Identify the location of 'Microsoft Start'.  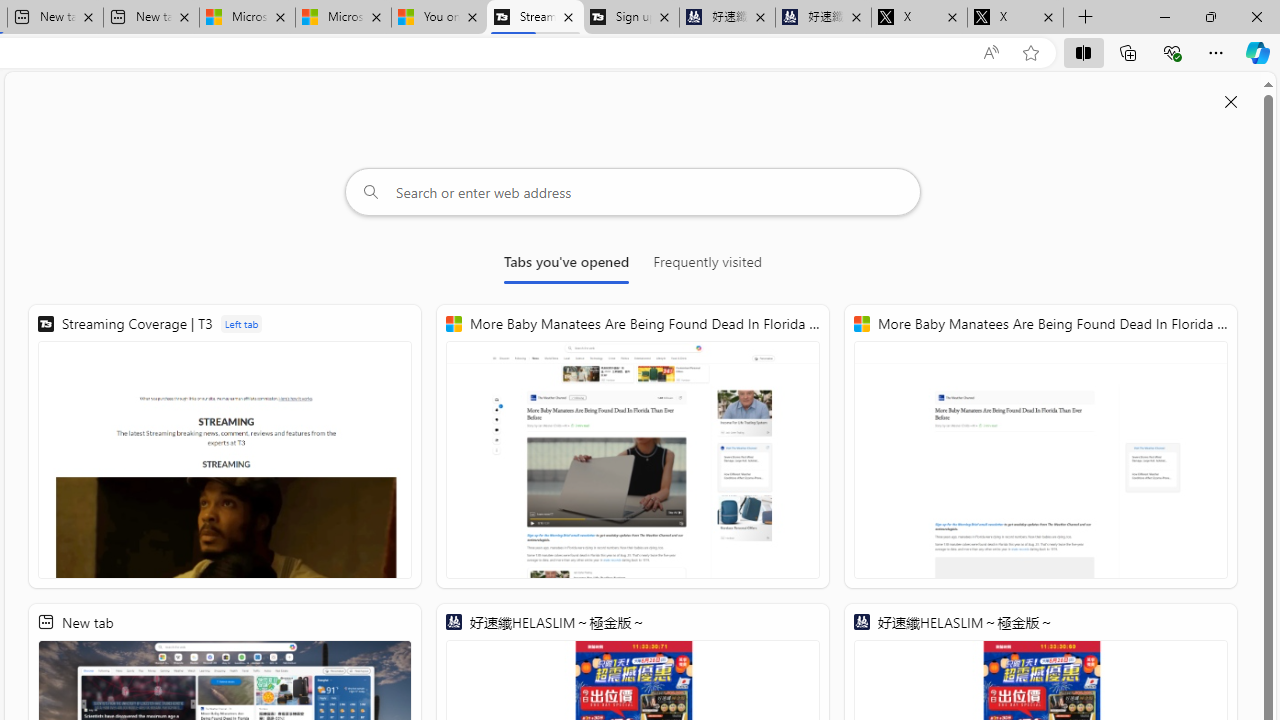
(343, 17).